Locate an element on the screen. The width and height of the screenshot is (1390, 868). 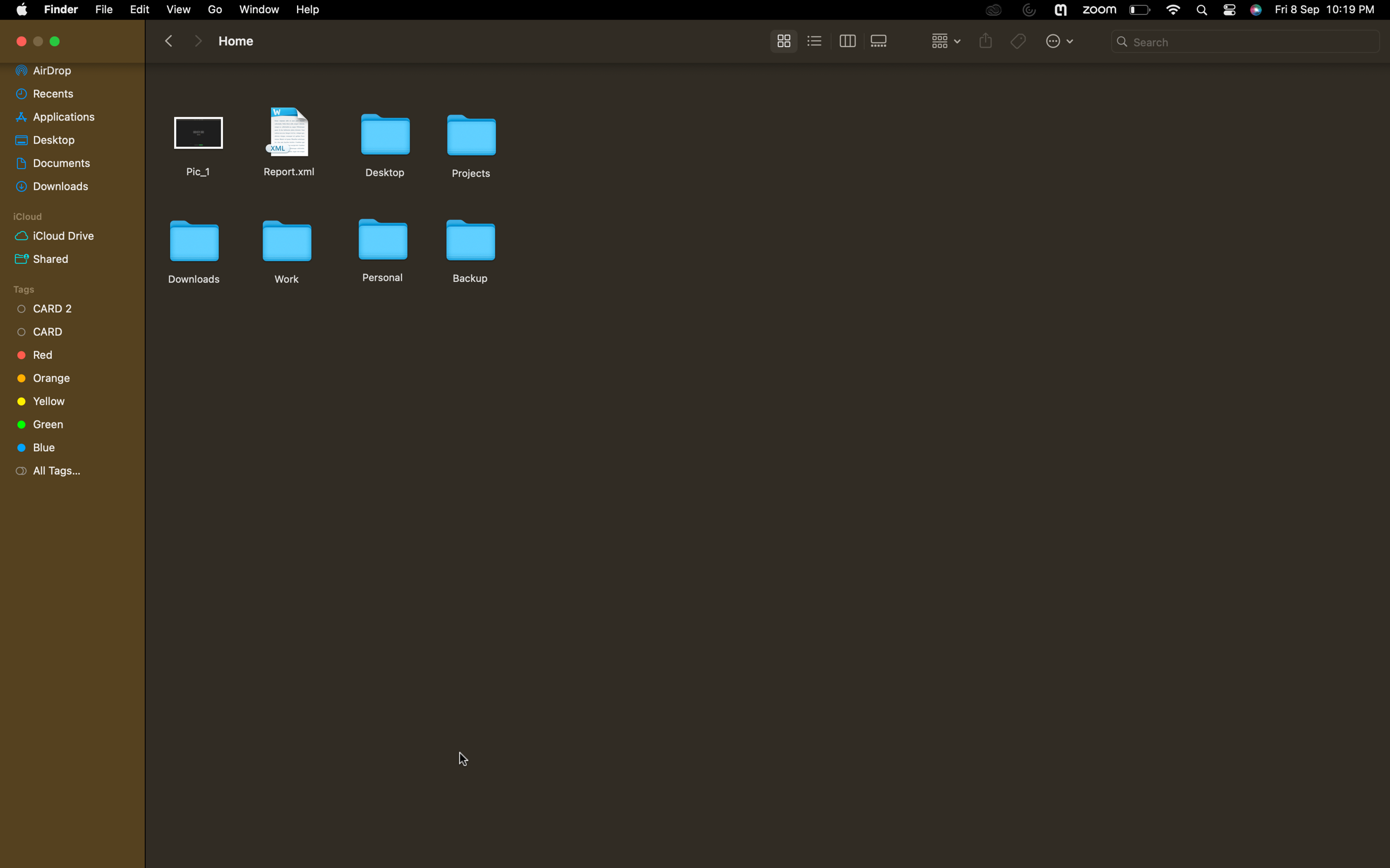
Switch to list view is located at coordinates (815, 40).